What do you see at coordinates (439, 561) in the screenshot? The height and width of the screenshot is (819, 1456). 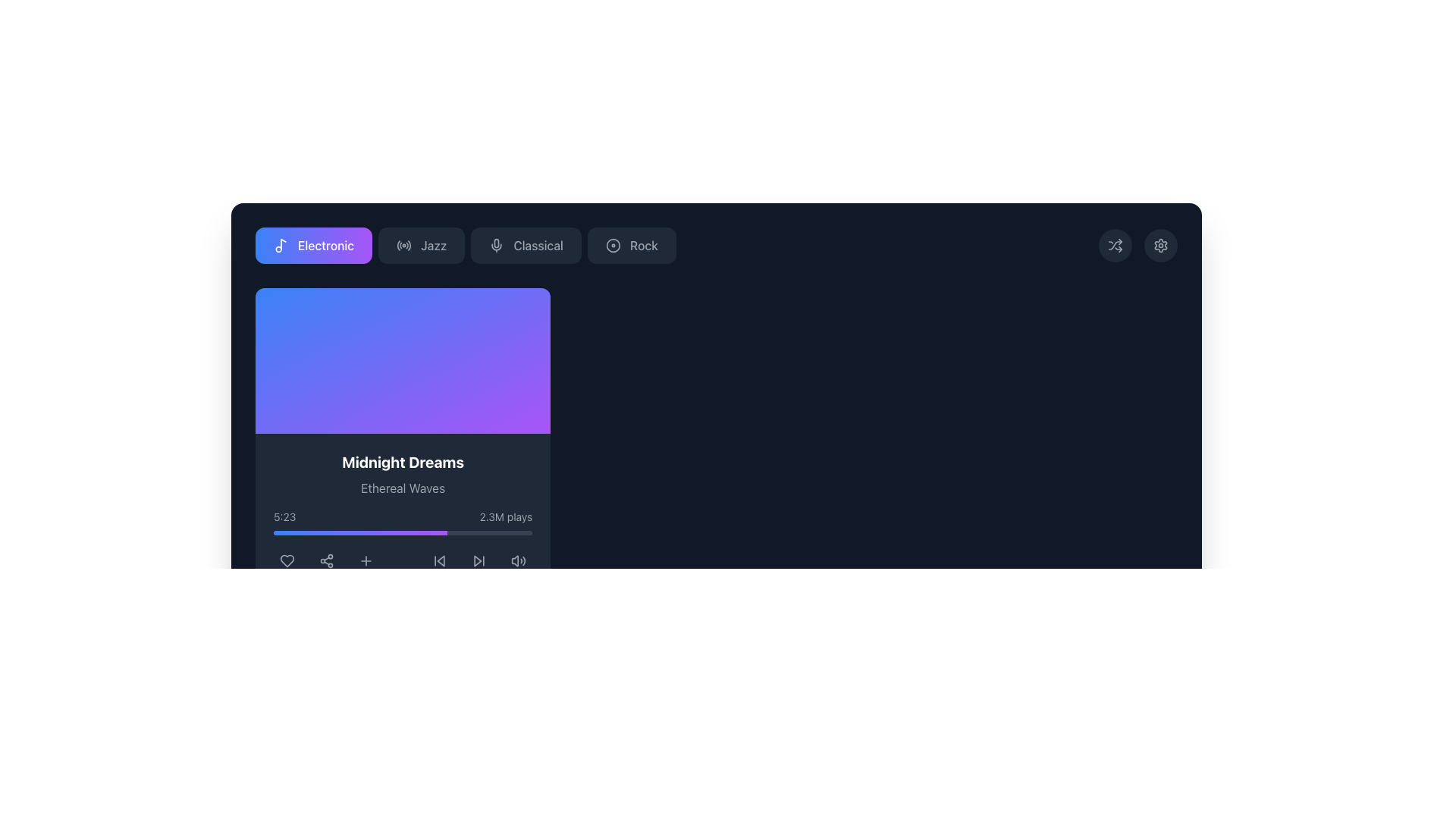 I see `the button that allows the user to skip to the previous track, located two positions to the right of the '+' button and one position to the left of the 'play' button, while playing media content` at bounding box center [439, 561].